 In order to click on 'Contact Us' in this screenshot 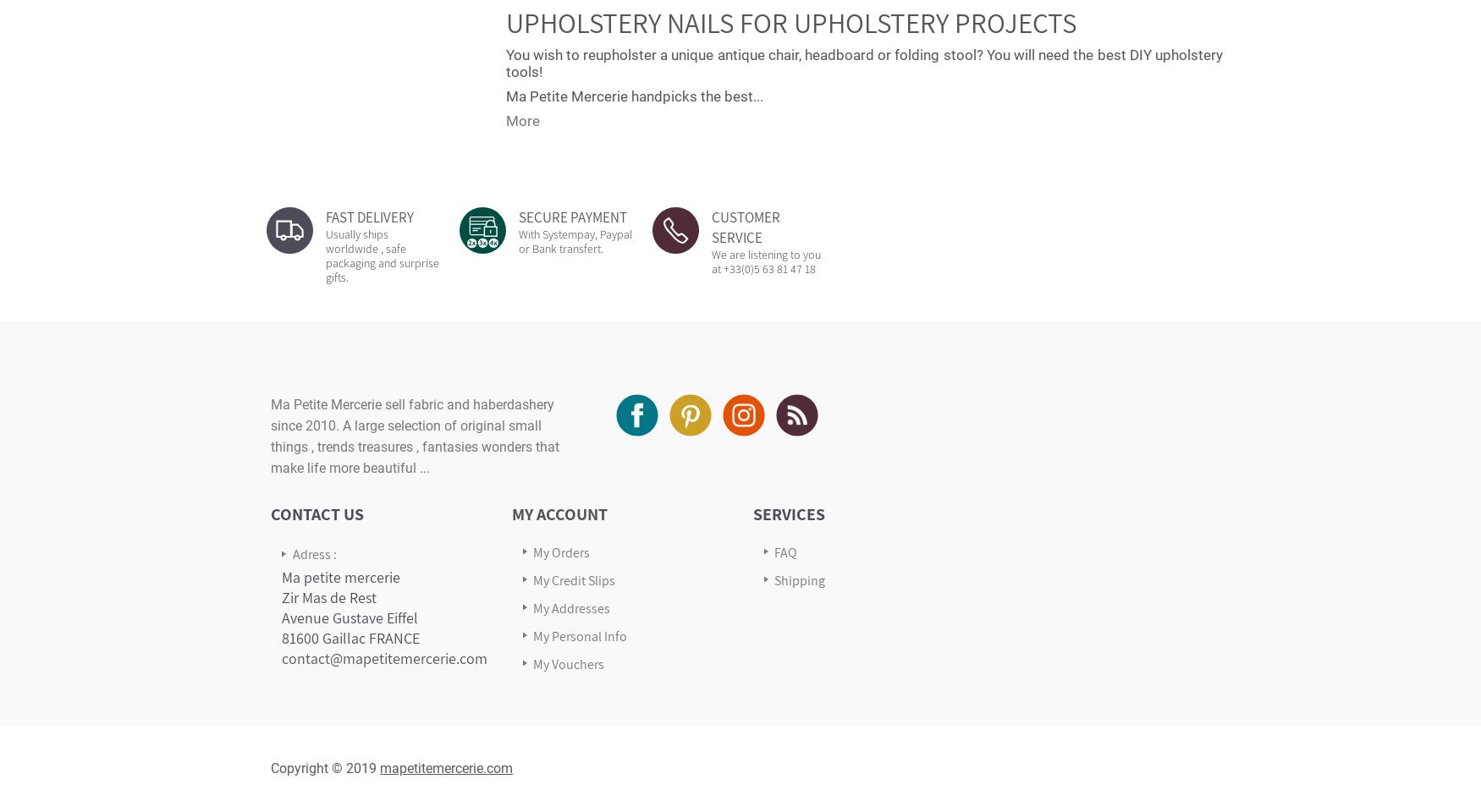, I will do `click(271, 513)`.